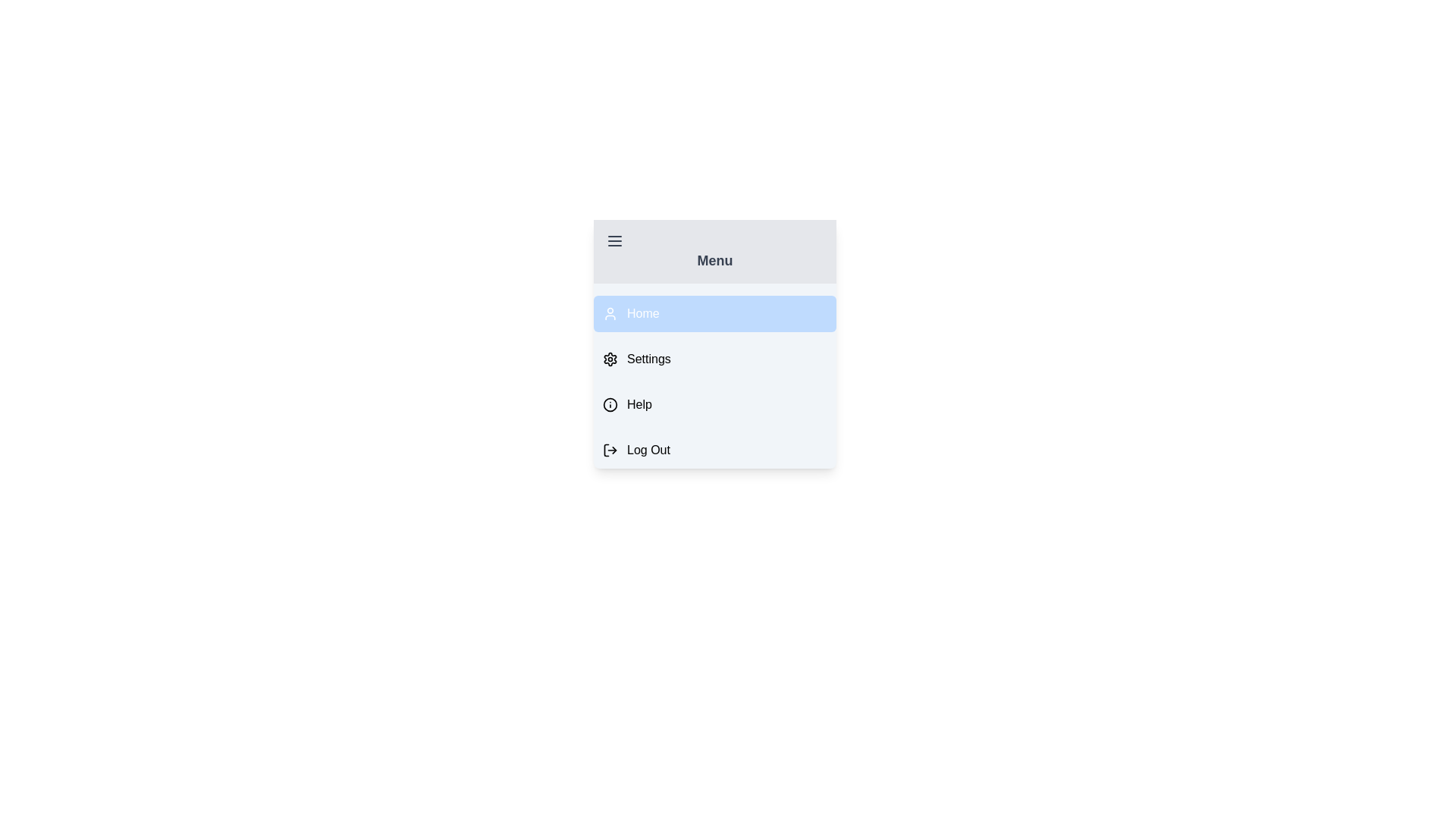 The width and height of the screenshot is (1456, 819). Describe the element at coordinates (714, 312) in the screenshot. I see `the menu item labeled Home to observe style changes` at that location.